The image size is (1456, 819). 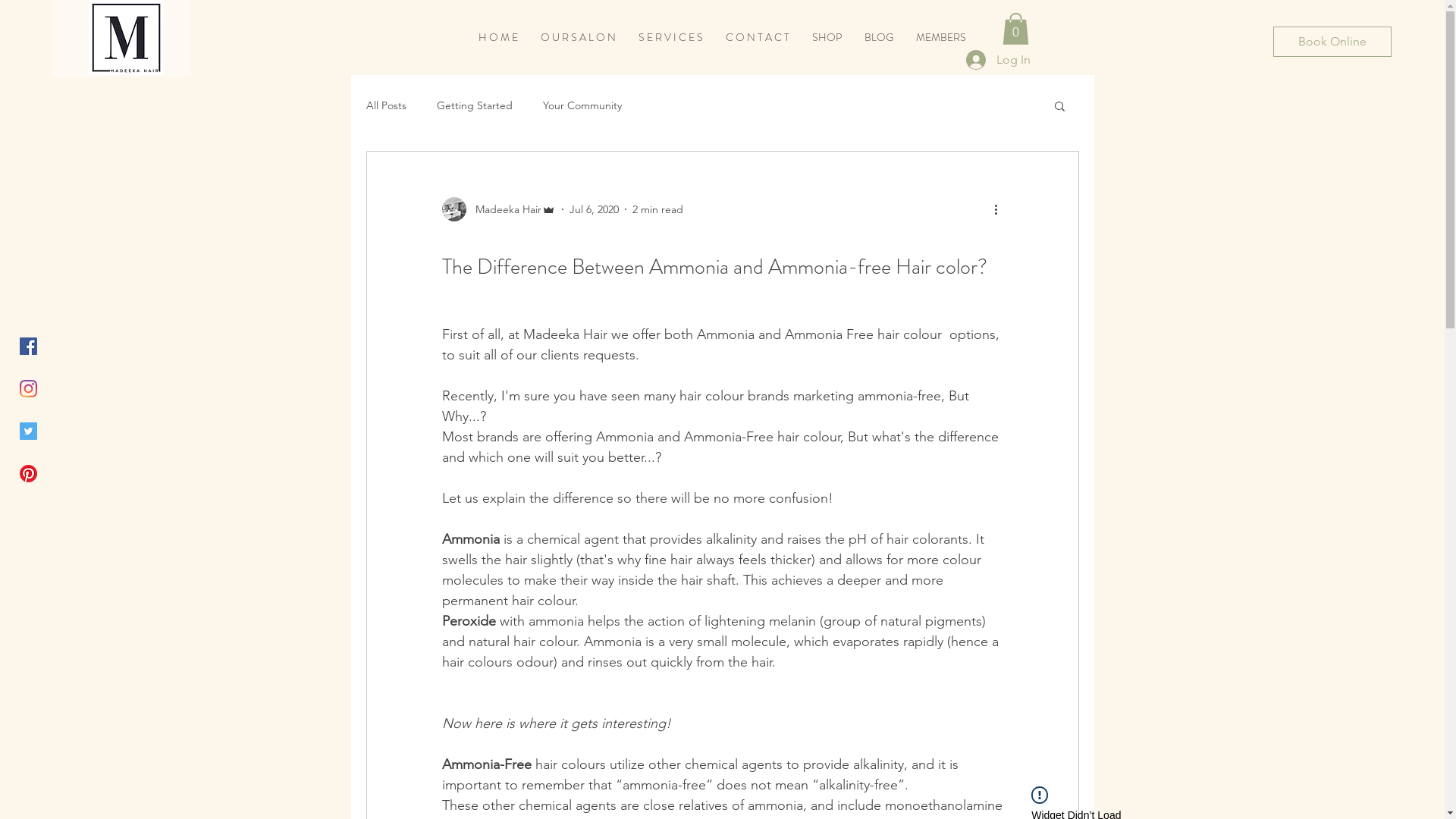 I want to click on 'All Posts', so click(x=385, y=104).